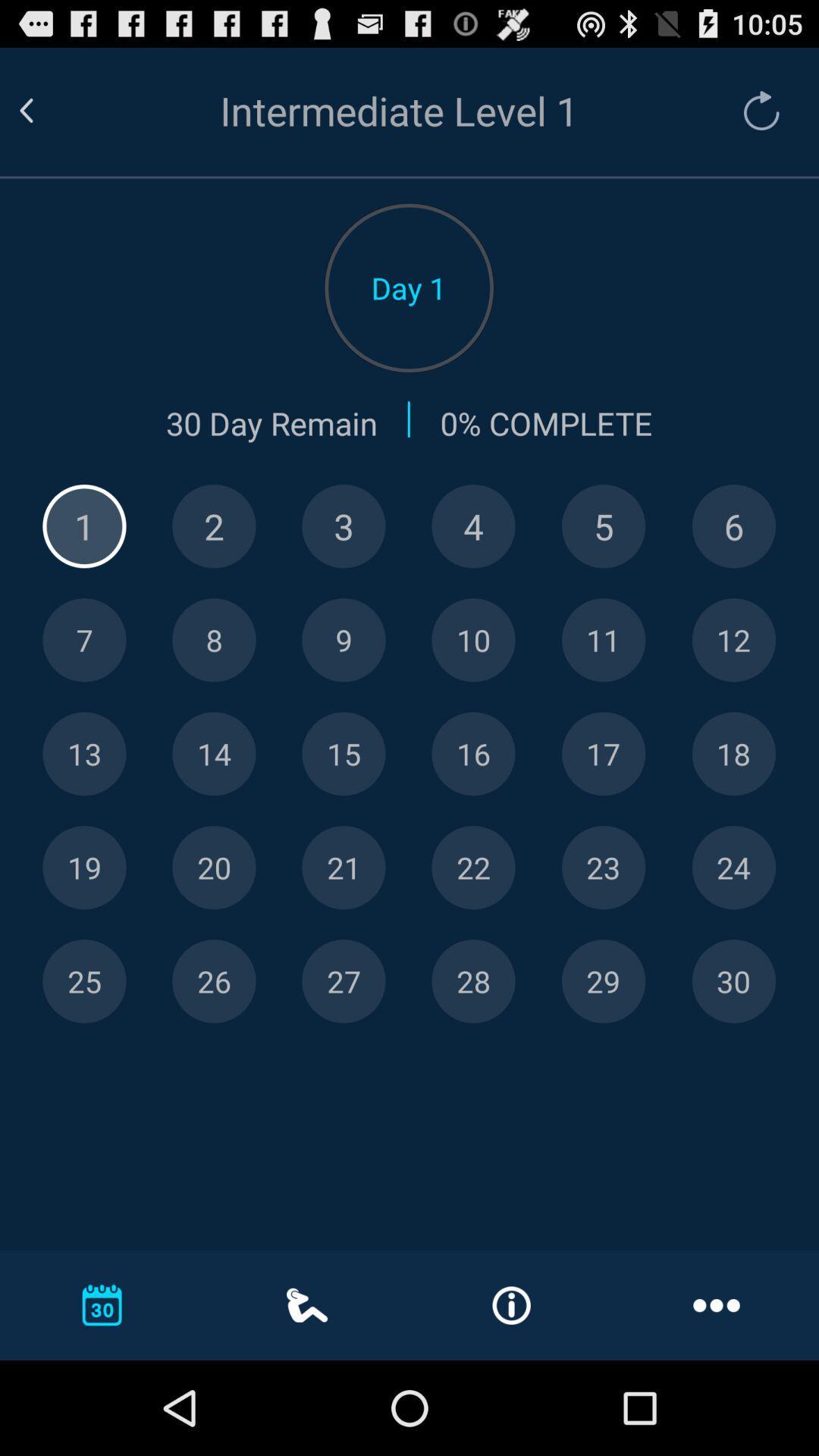 The height and width of the screenshot is (1456, 819). I want to click on day 23, so click(603, 868).